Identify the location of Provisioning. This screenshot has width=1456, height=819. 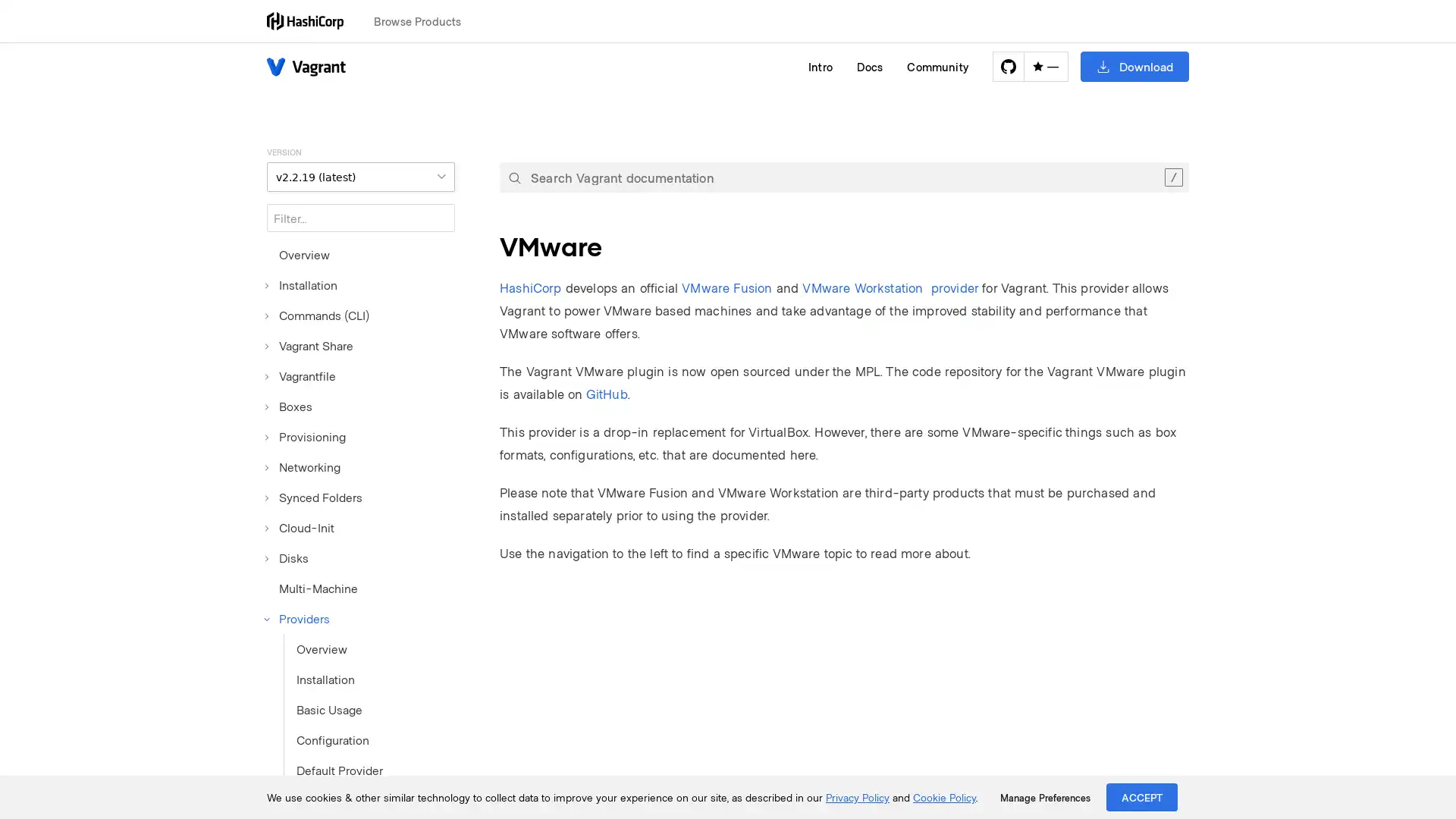
(305, 436).